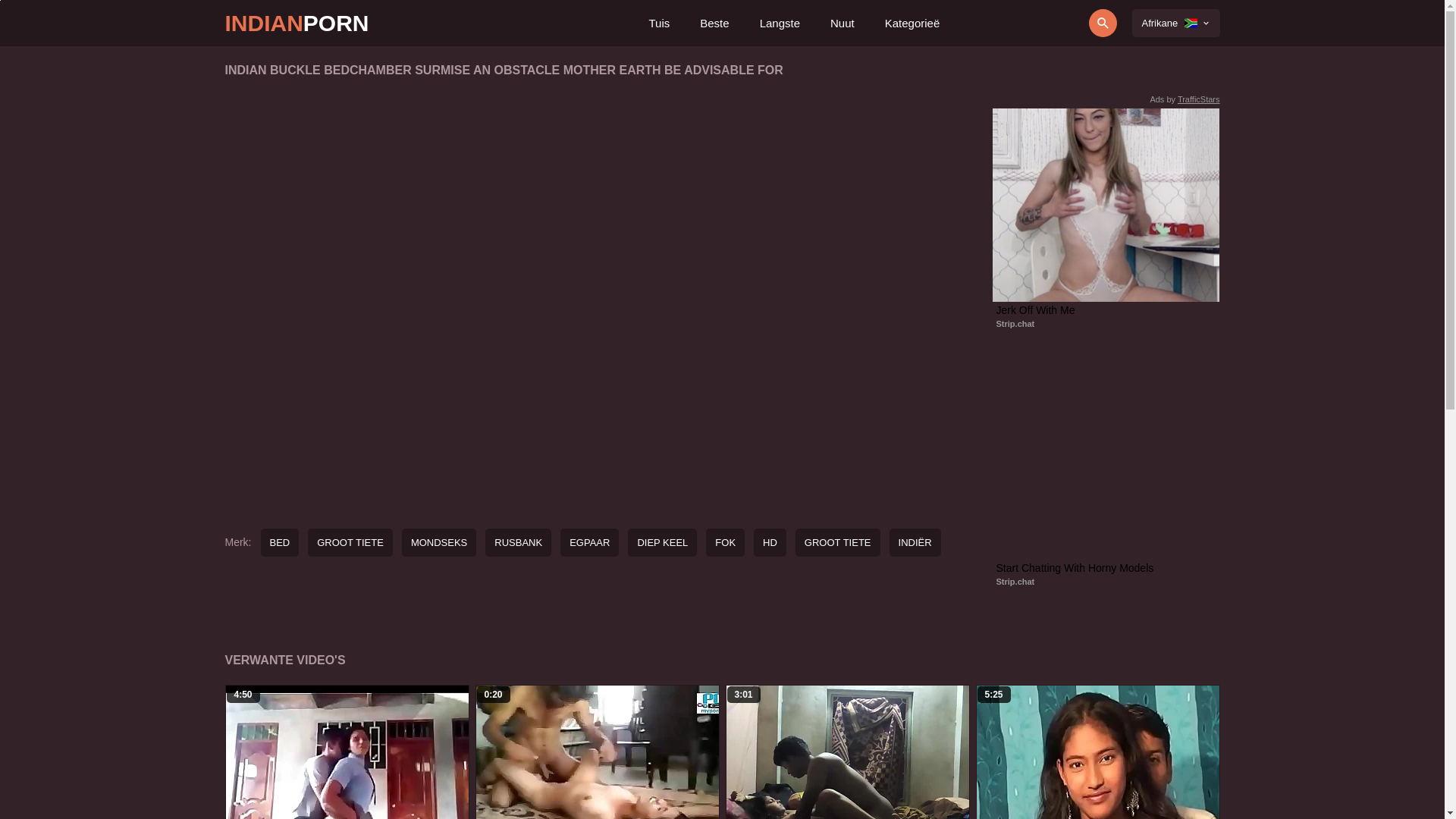  Describe the element at coordinates (648, 23) in the screenshot. I see `'Tuis'` at that location.